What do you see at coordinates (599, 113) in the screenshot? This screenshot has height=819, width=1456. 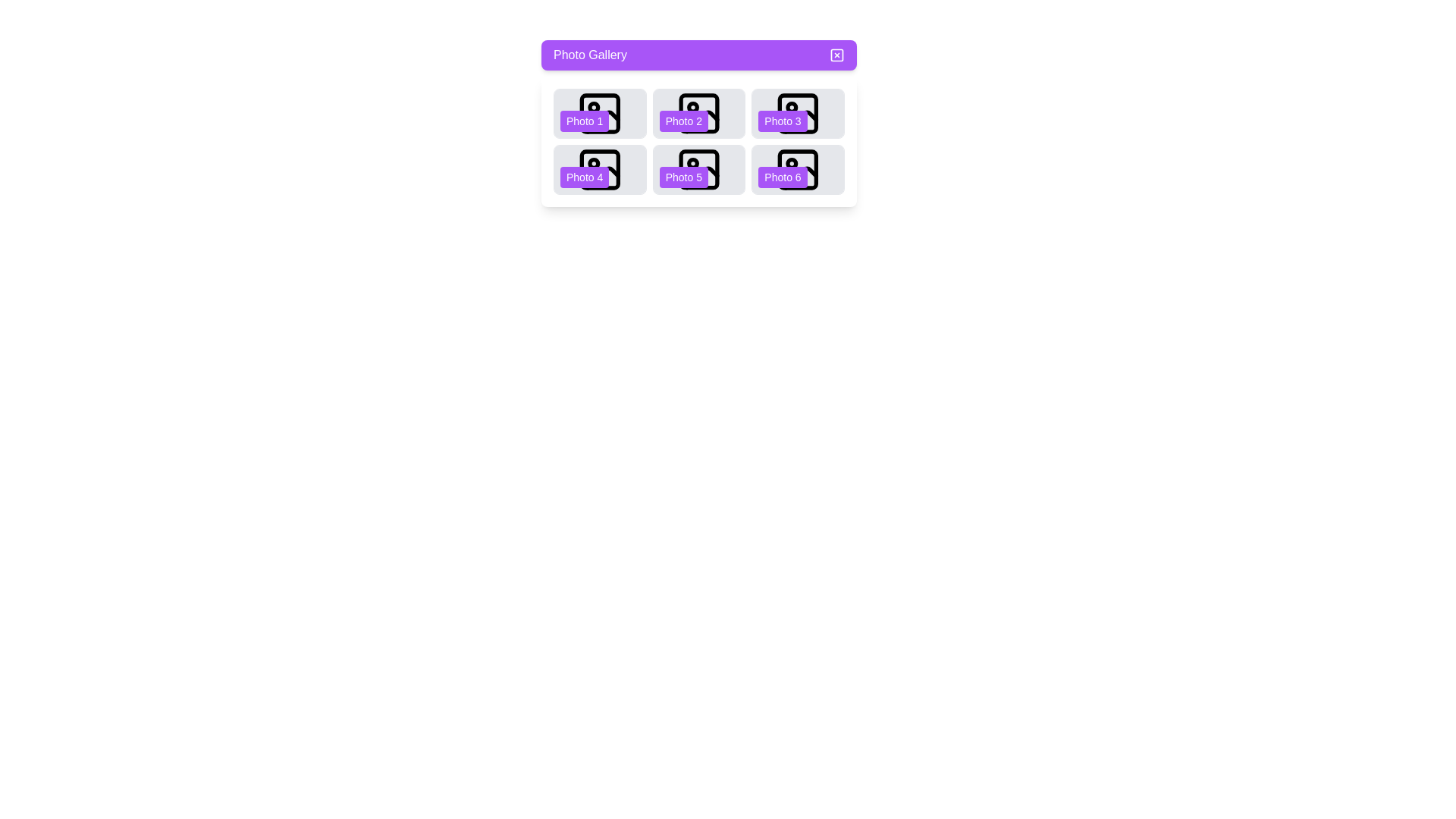 I see `the photo labeled with the number 1` at bounding box center [599, 113].